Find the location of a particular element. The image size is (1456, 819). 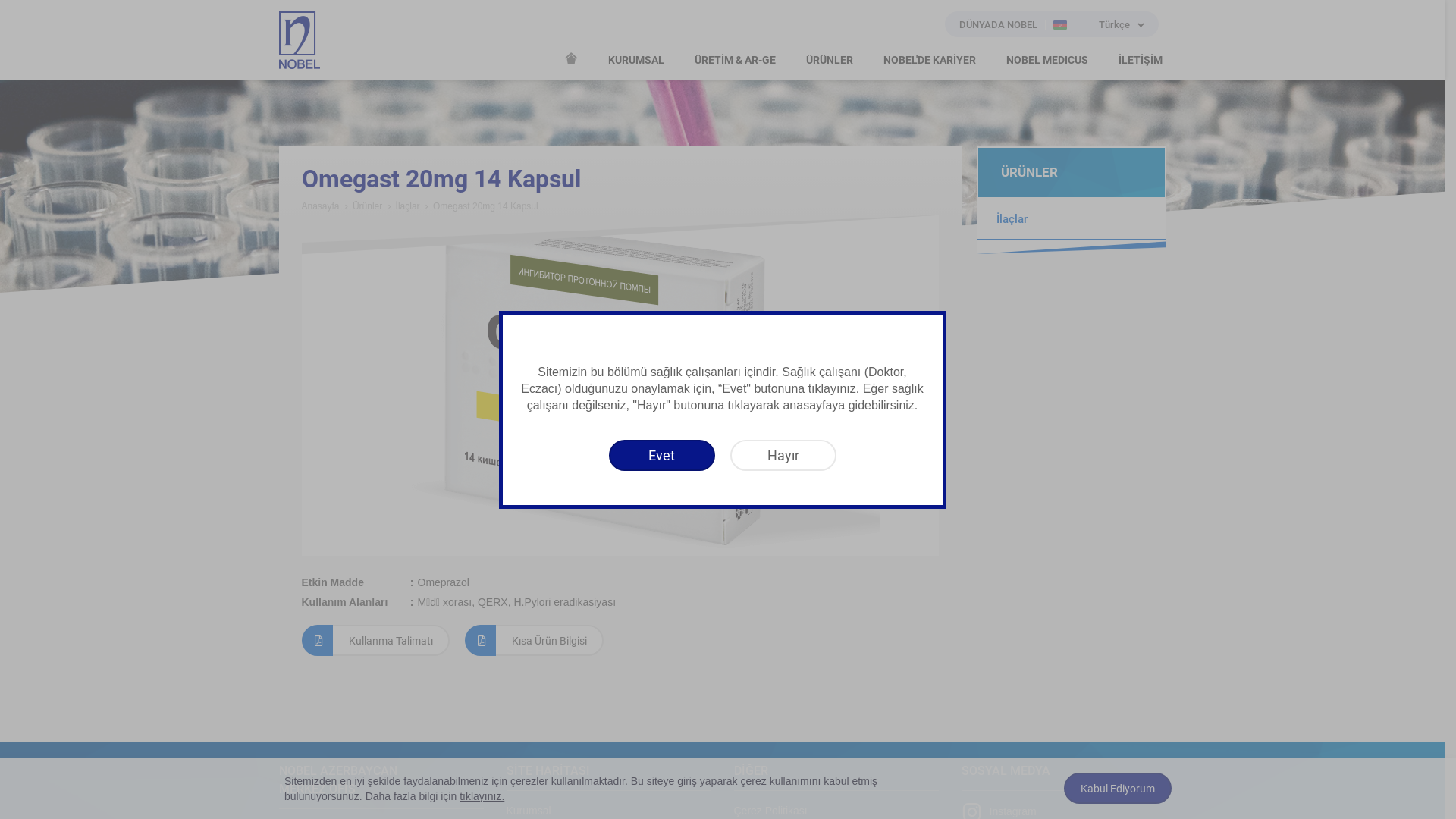

'Evet' is located at coordinates (661, 454).